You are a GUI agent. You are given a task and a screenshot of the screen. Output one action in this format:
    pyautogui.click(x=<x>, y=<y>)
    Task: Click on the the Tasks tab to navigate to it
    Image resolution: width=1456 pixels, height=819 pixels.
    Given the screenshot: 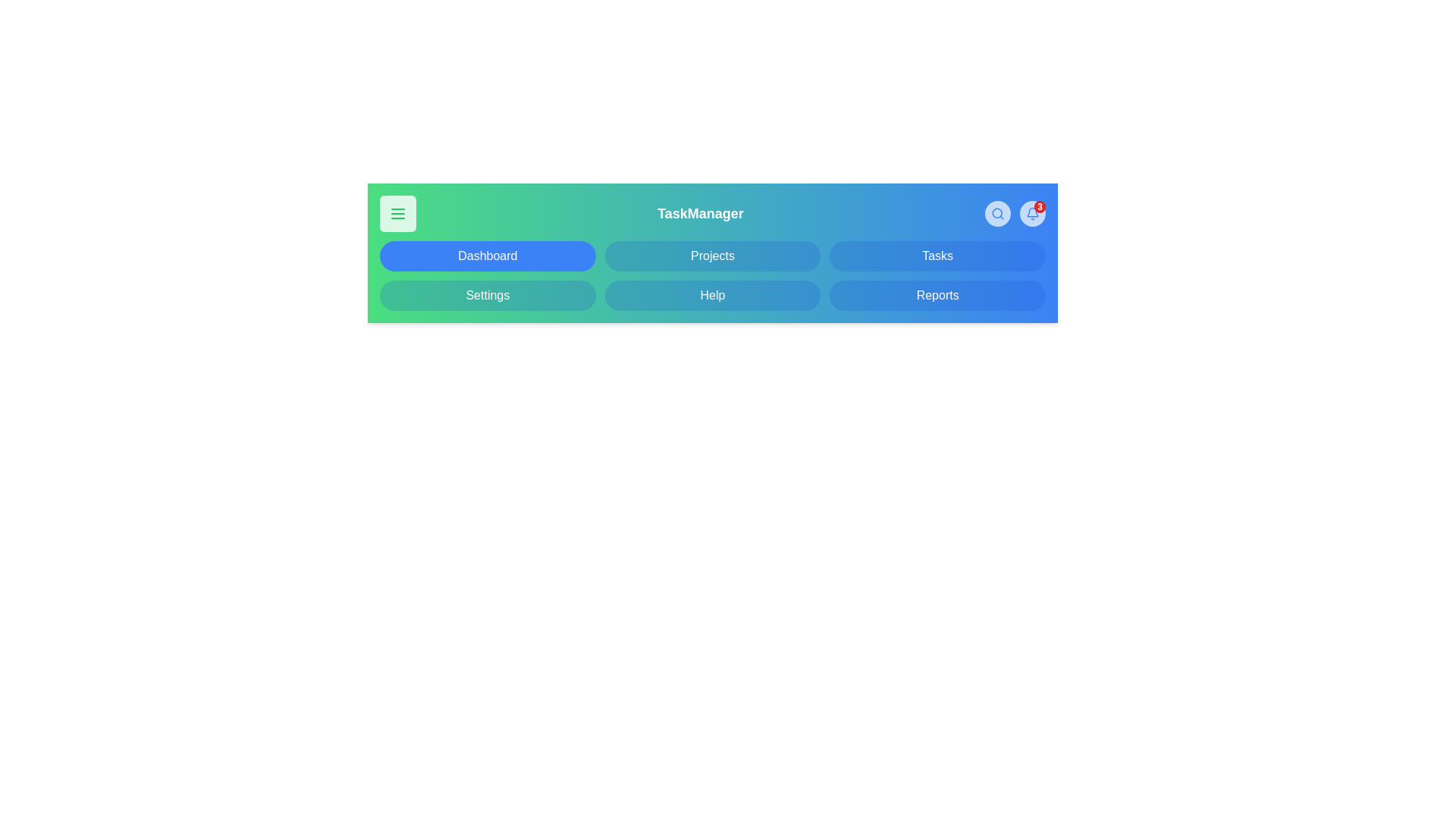 What is the action you would take?
    pyautogui.click(x=937, y=256)
    